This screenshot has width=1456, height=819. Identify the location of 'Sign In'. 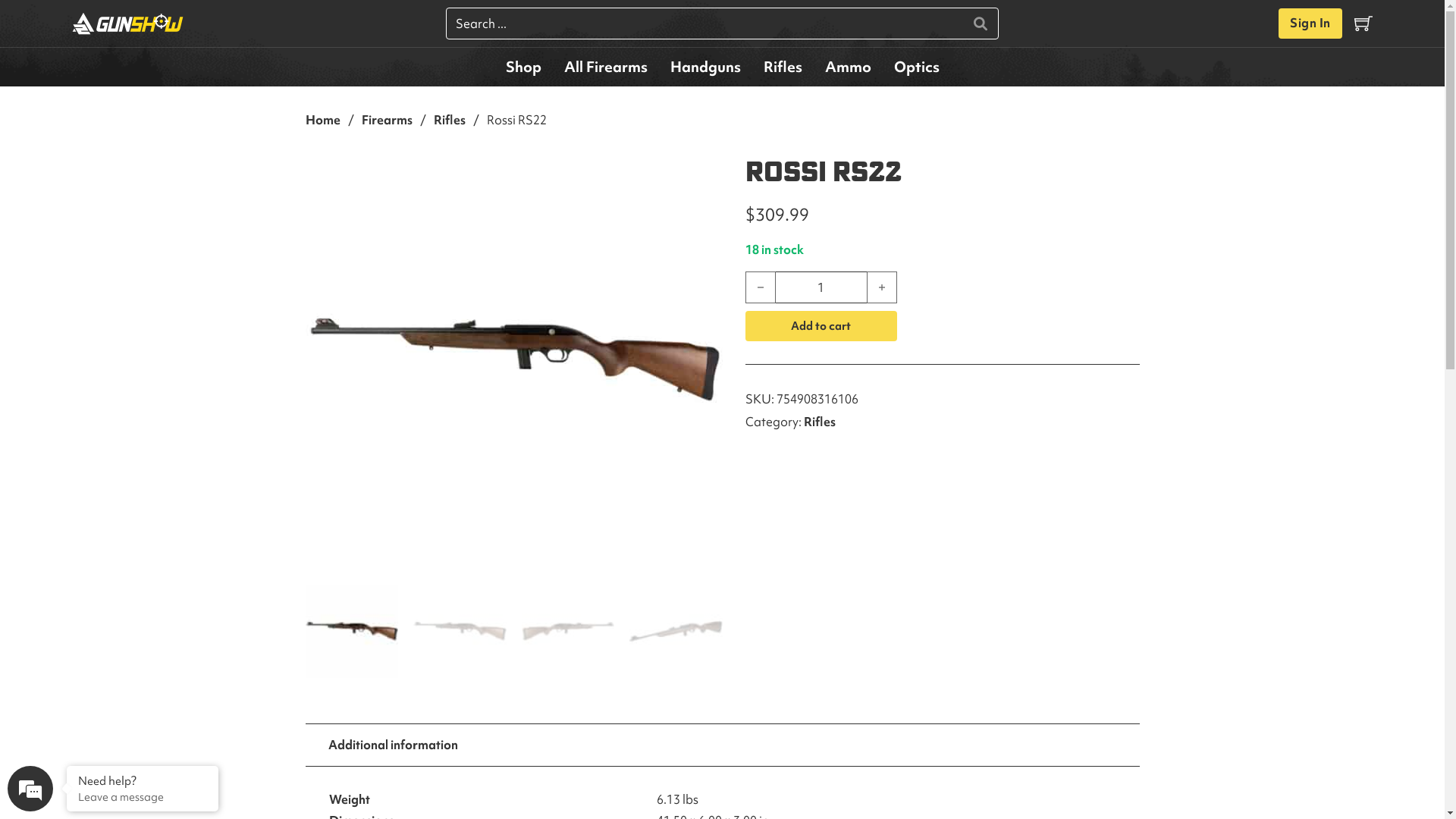
(1310, 24).